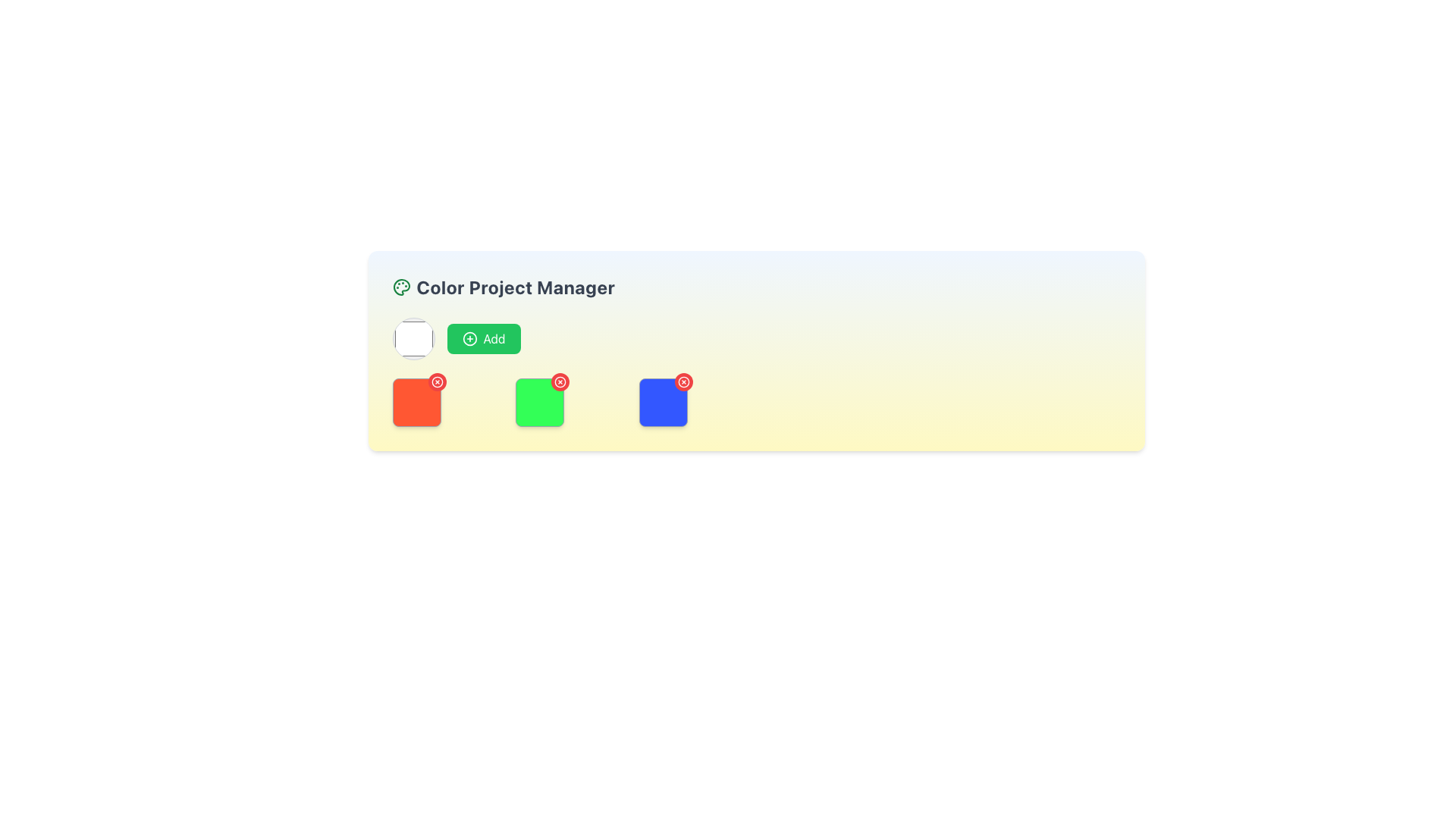  What do you see at coordinates (416, 402) in the screenshot?
I see `the Square UI block with a bright red background and rounded corners` at bounding box center [416, 402].